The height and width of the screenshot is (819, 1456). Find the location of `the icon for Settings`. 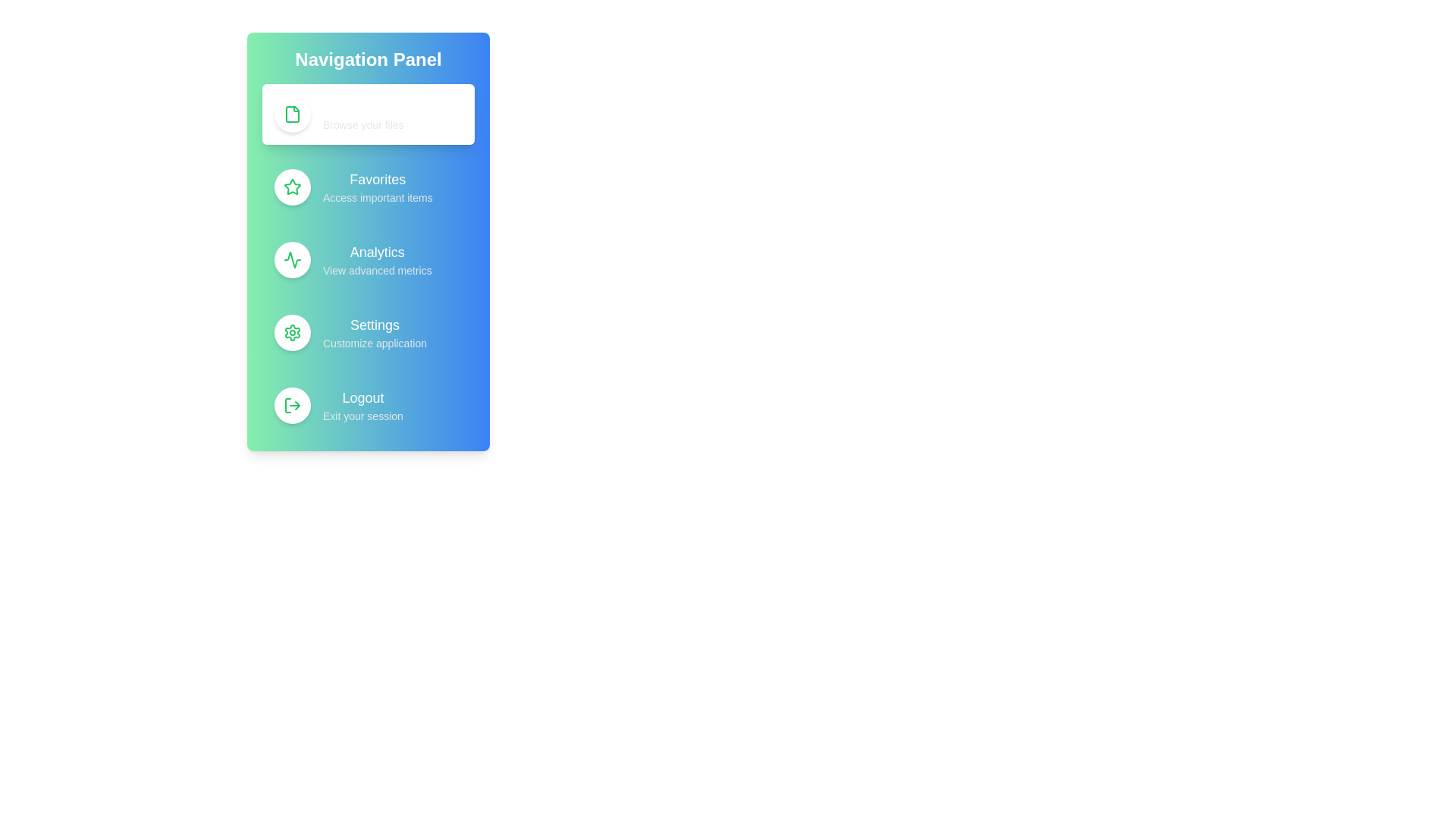

the icon for Settings is located at coordinates (292, 332).